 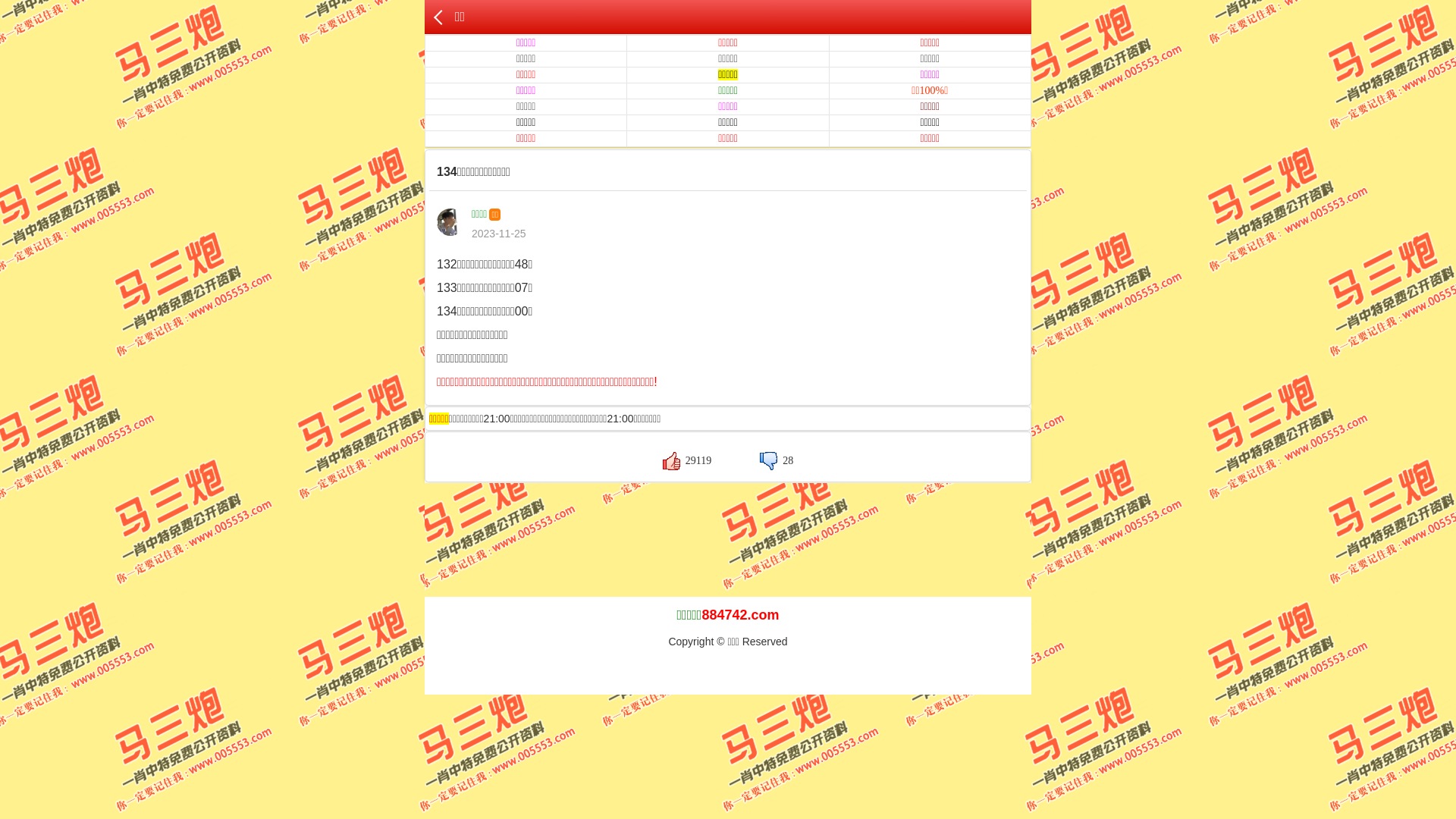 I want to click on '28', so click(x=776, y=460).